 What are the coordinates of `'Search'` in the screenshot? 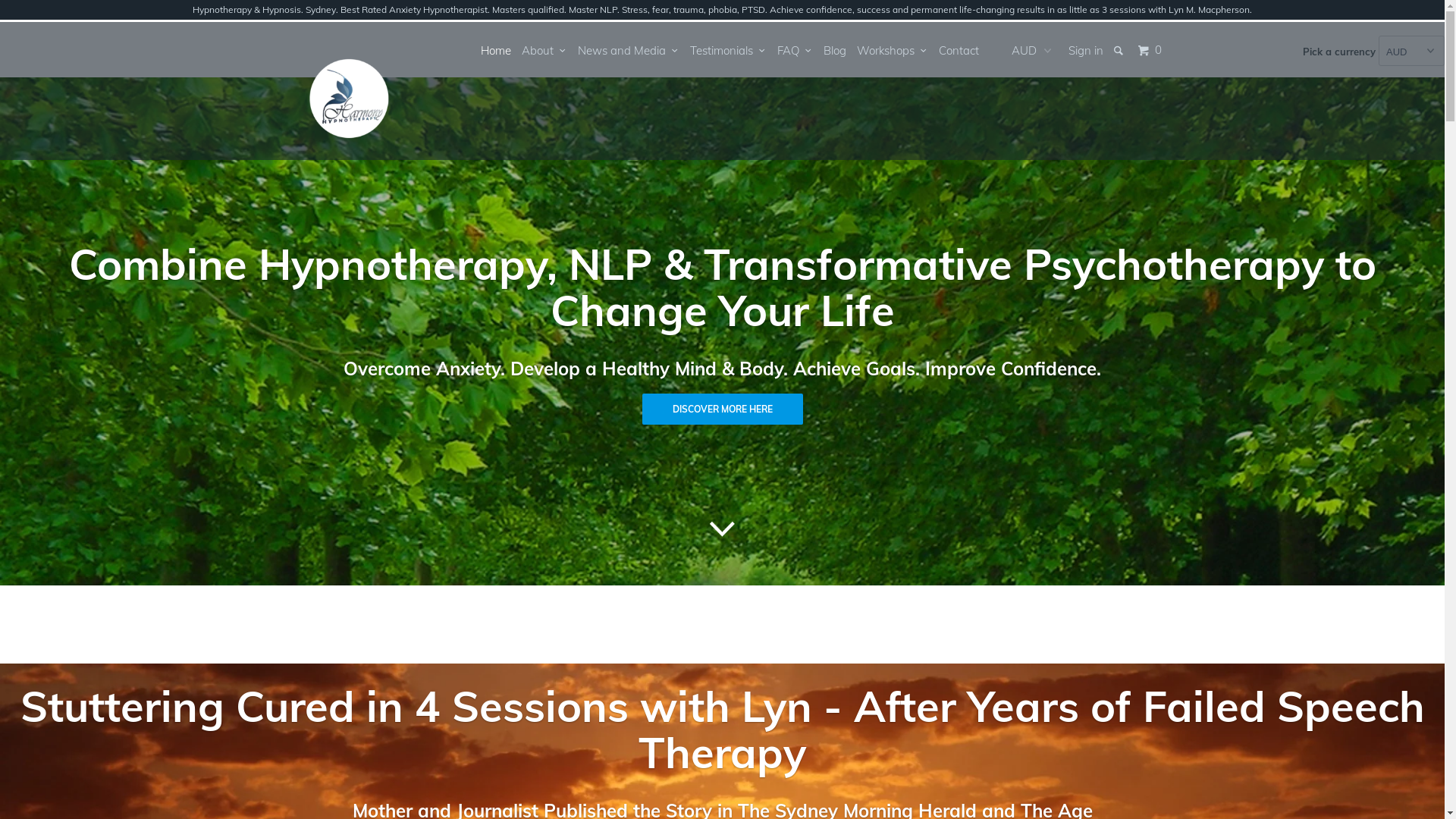 It's located at (1119, 49).